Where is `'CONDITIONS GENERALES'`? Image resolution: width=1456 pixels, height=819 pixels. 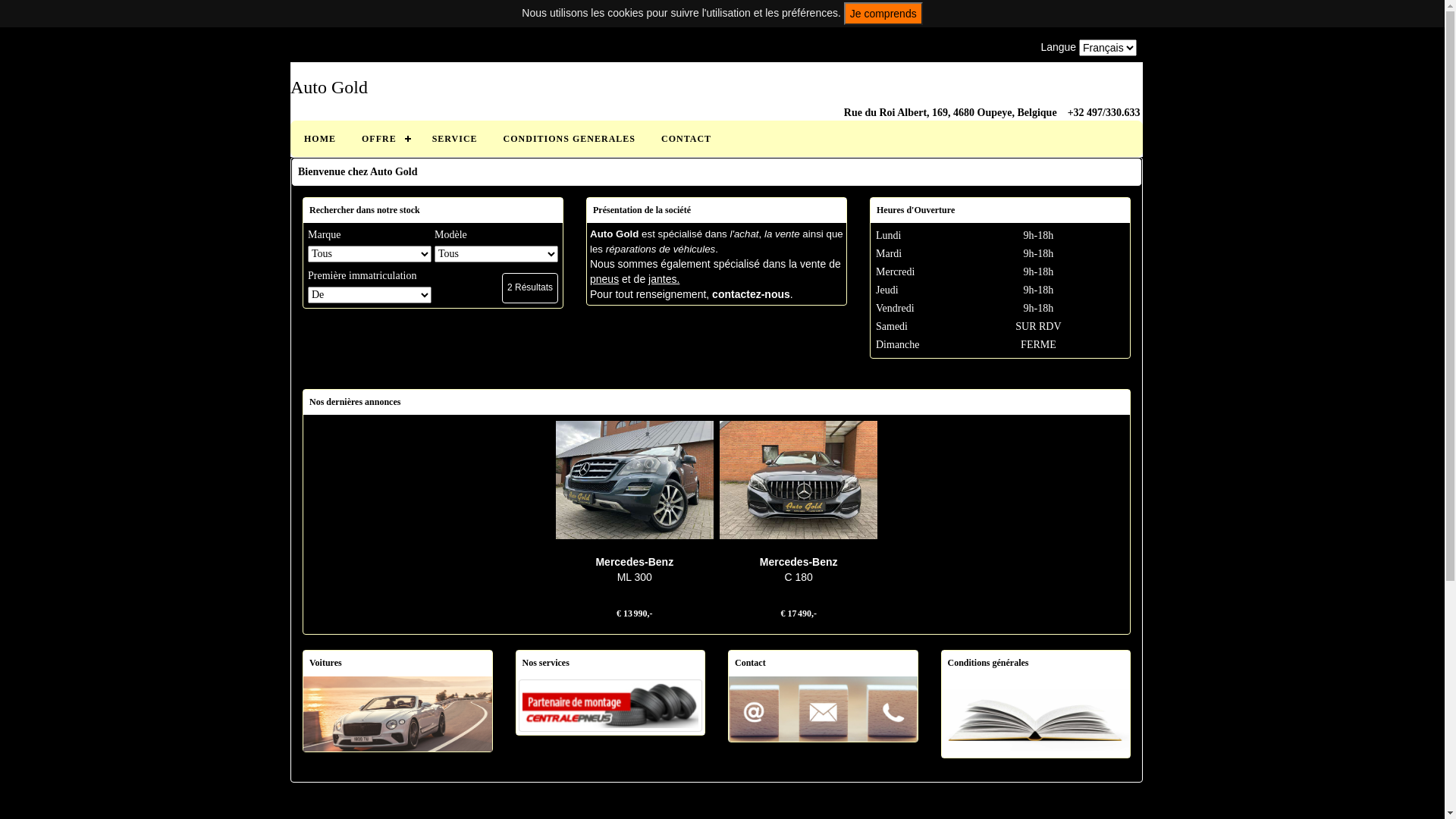 'CONDITIONS GENERALES' is located at coordinates (568, 138).